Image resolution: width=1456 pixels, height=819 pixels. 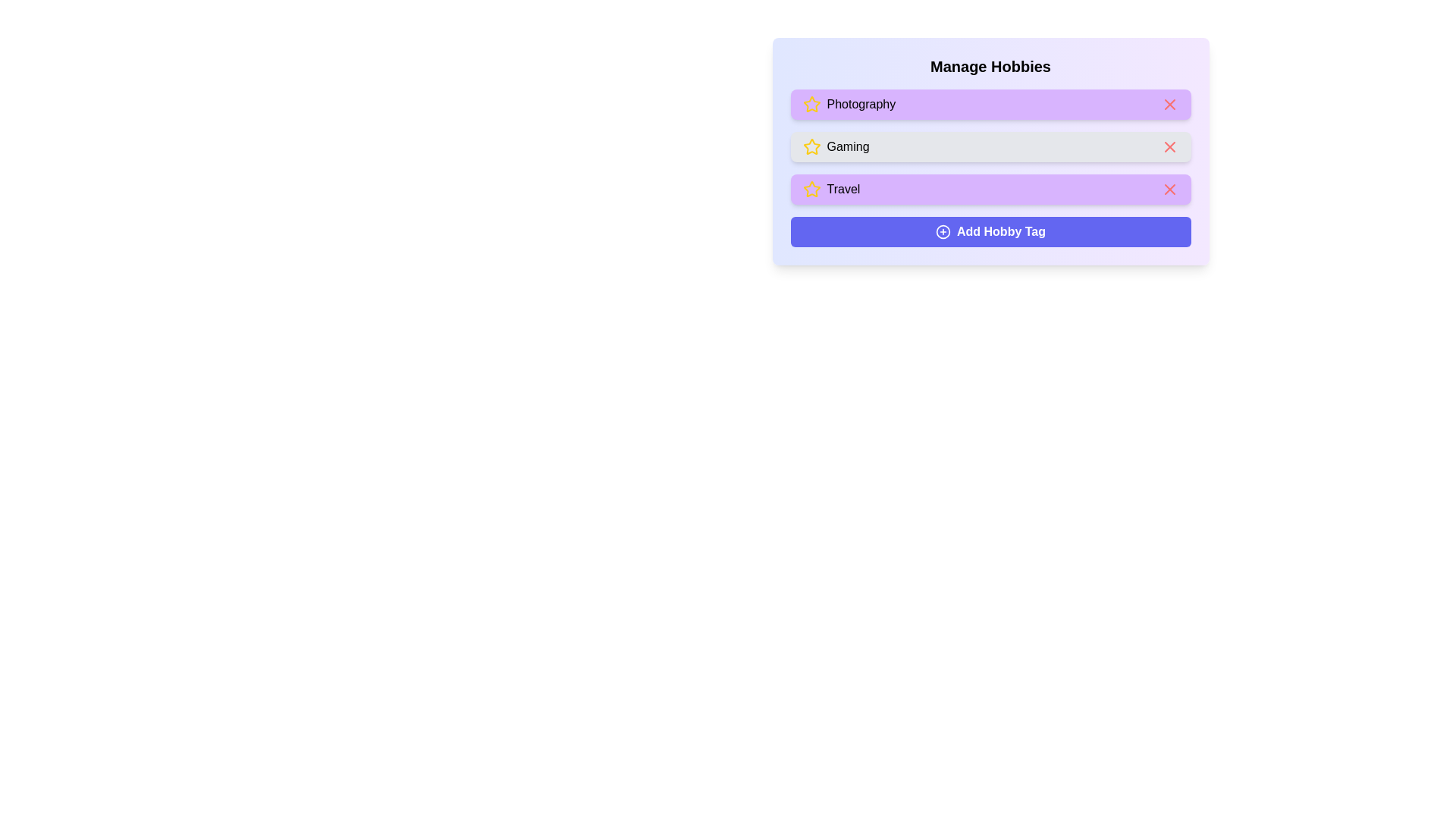 What do you see at coordinates (1169, 146) in the screenshot?
I see `'X' icon to remove the hobby tag 'Gaming'` at bounding box center [1169, 146].